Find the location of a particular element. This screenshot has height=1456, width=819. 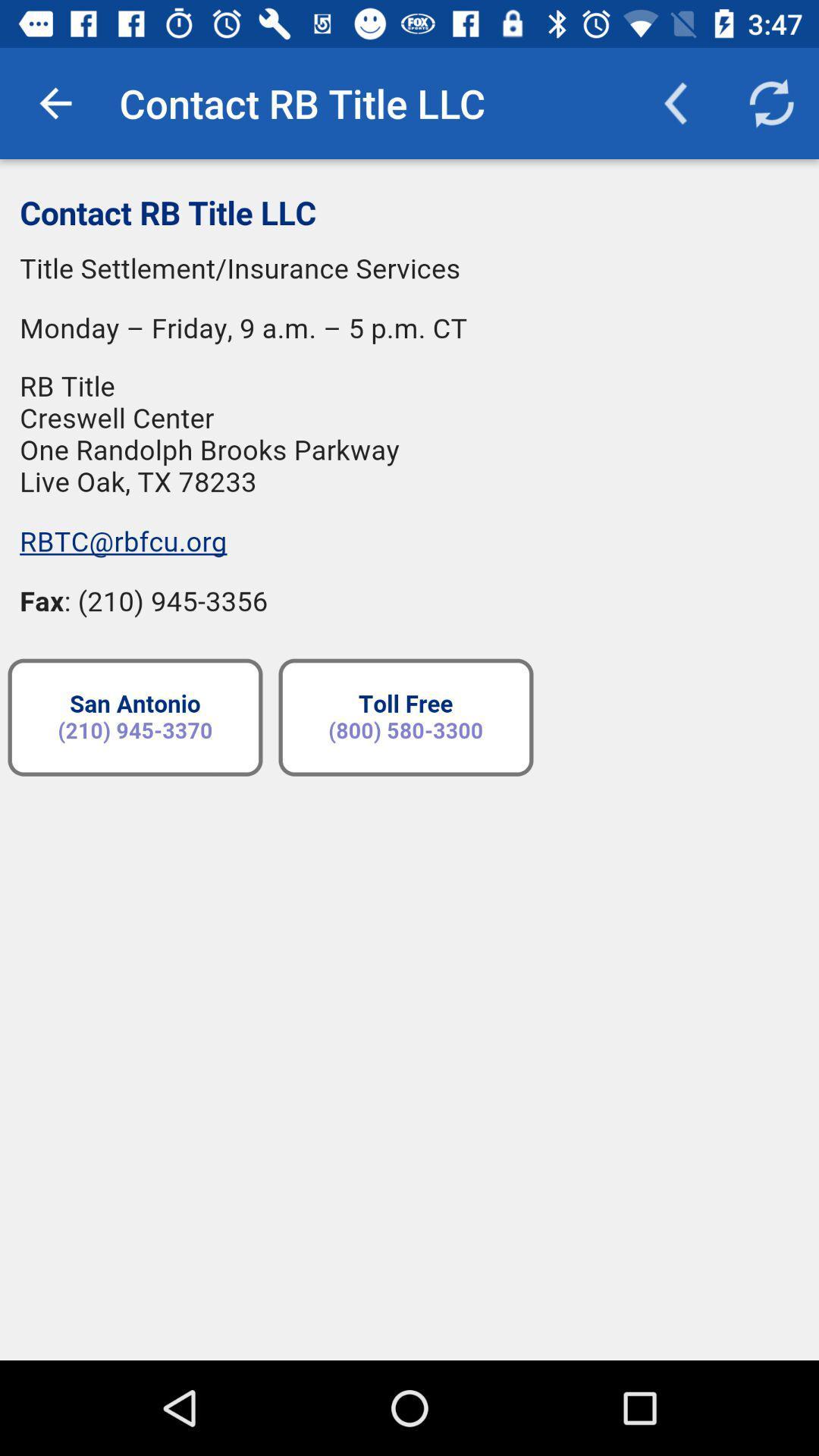

contact is located at coordinates (409, 760).